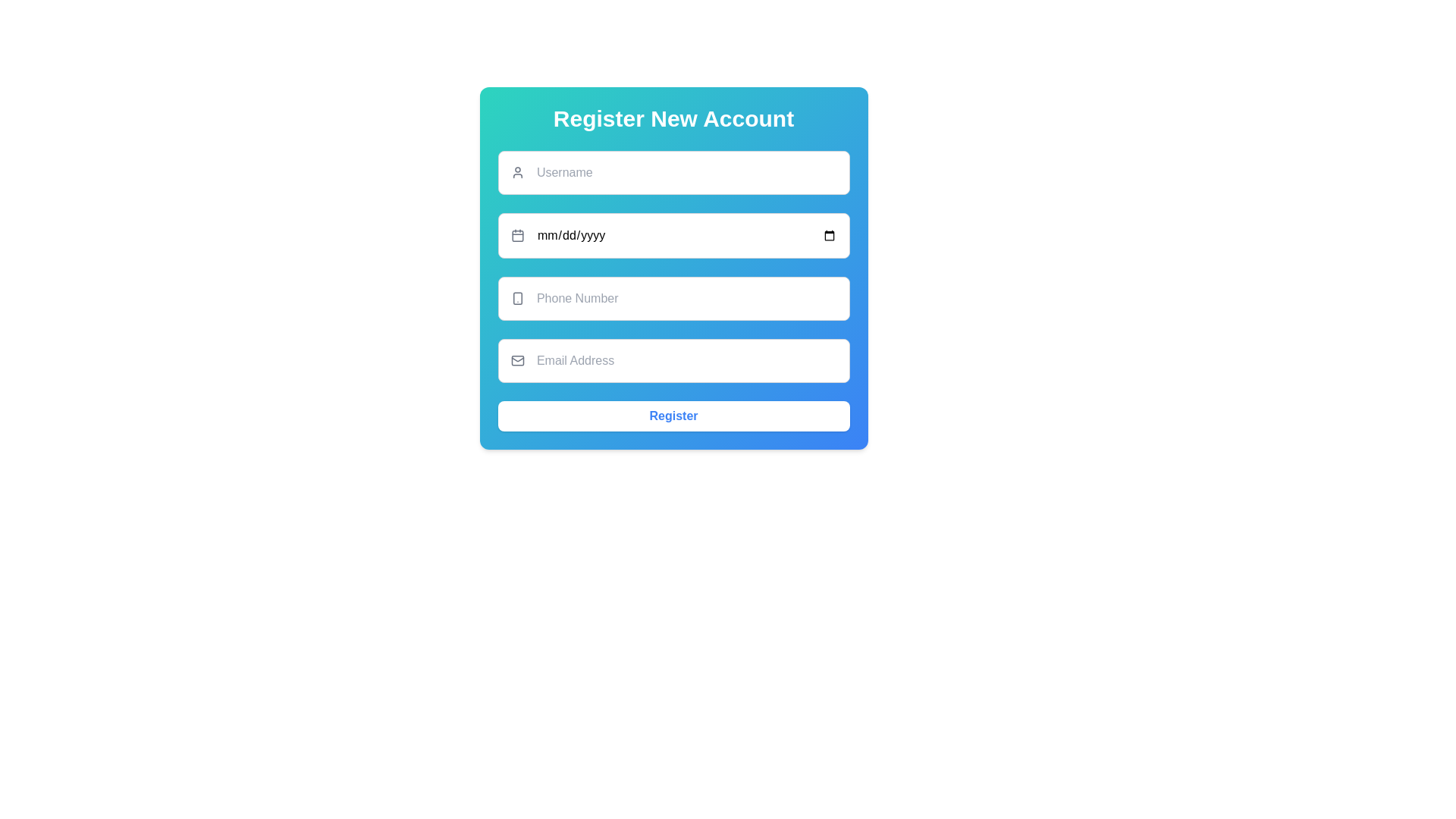  Describe the element at coordinates (673, 298) in the screenshot. I see `the phone number input field, which is the third input in the registration form, to focus it` at that location.